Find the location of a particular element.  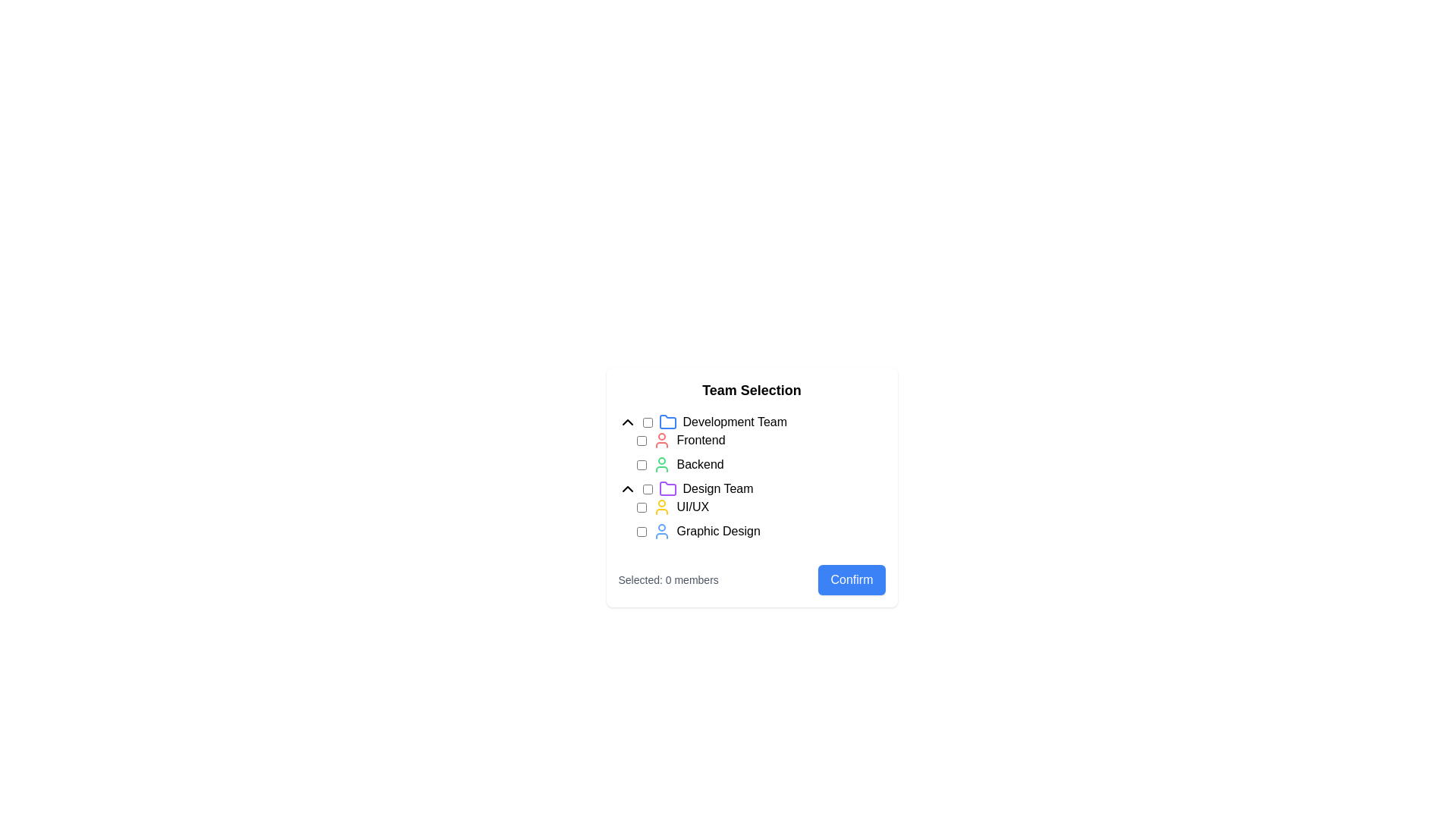

the 'Backend' section, which includes a checkbox and a user profile icon is located at coordinates (761, 464).